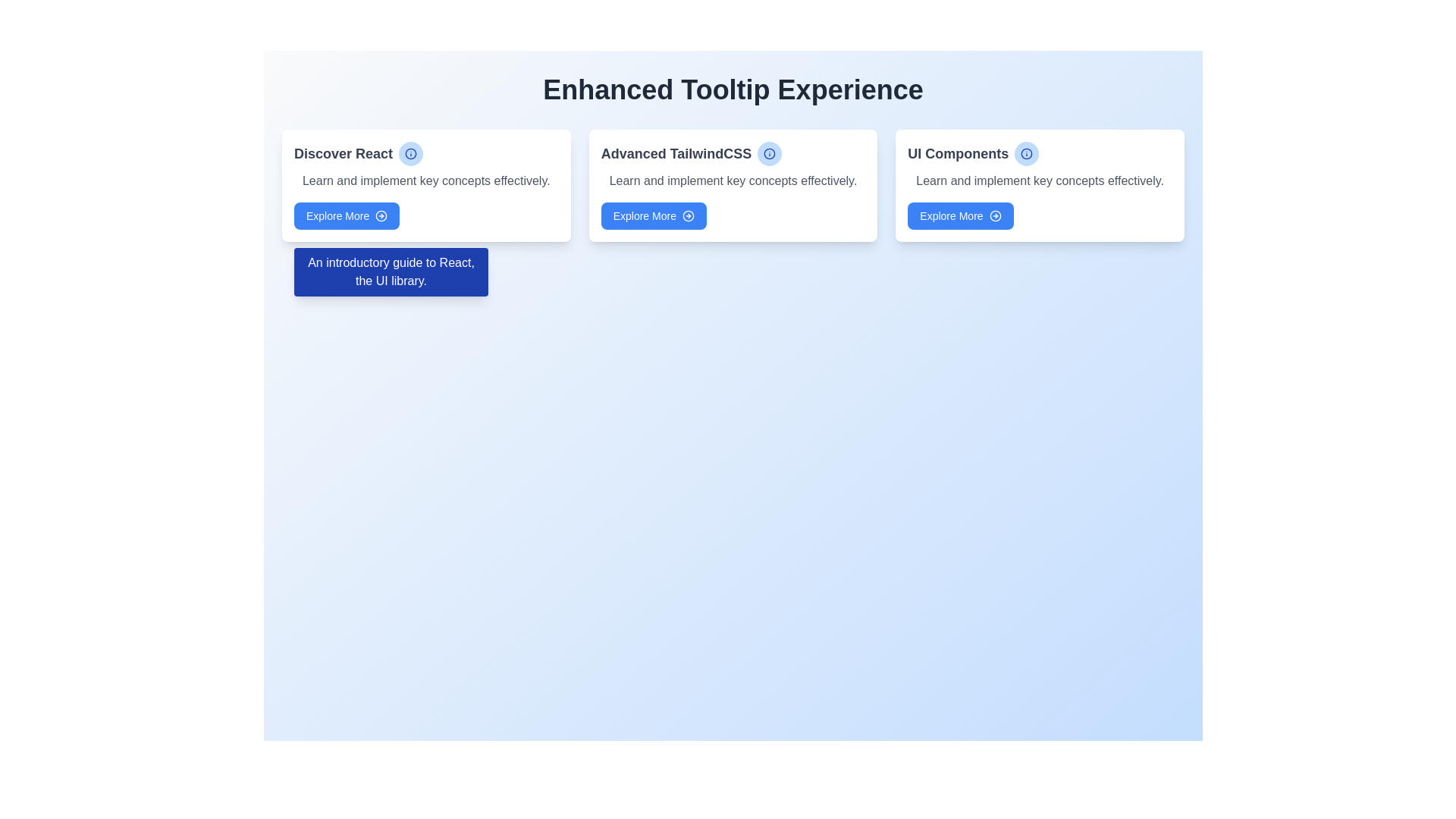 The width and height of the screenshot is (1456, 819). I want to click on the 'Explore More' button, which has a blue background, white text, and an icon with a circle and arrow, located in the second card under 'Advanced TailwindCSS.', so click(654, 216).